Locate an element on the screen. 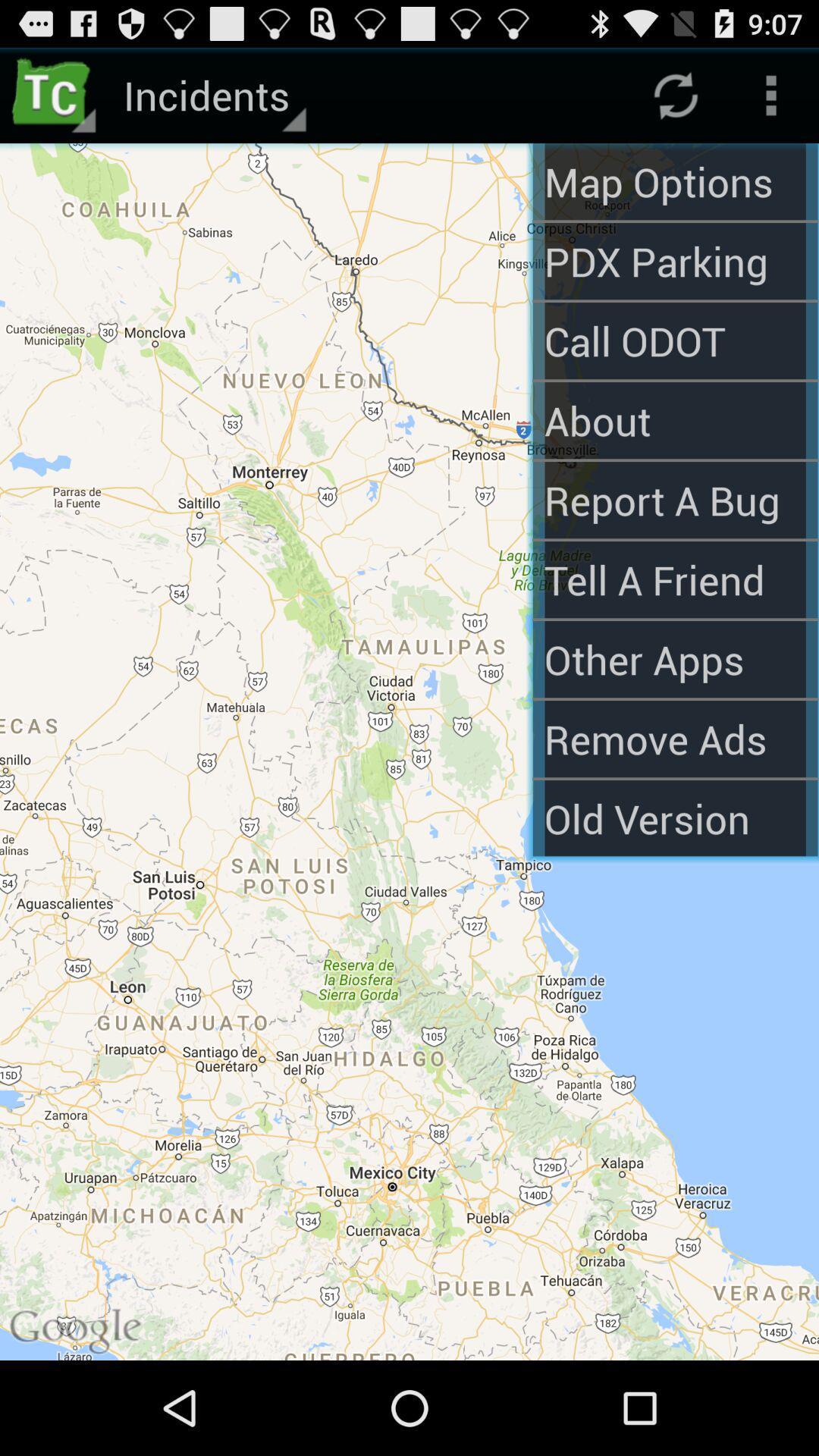 The image size is (819, 1456). the call odot app is located at coordinates (674, 340).